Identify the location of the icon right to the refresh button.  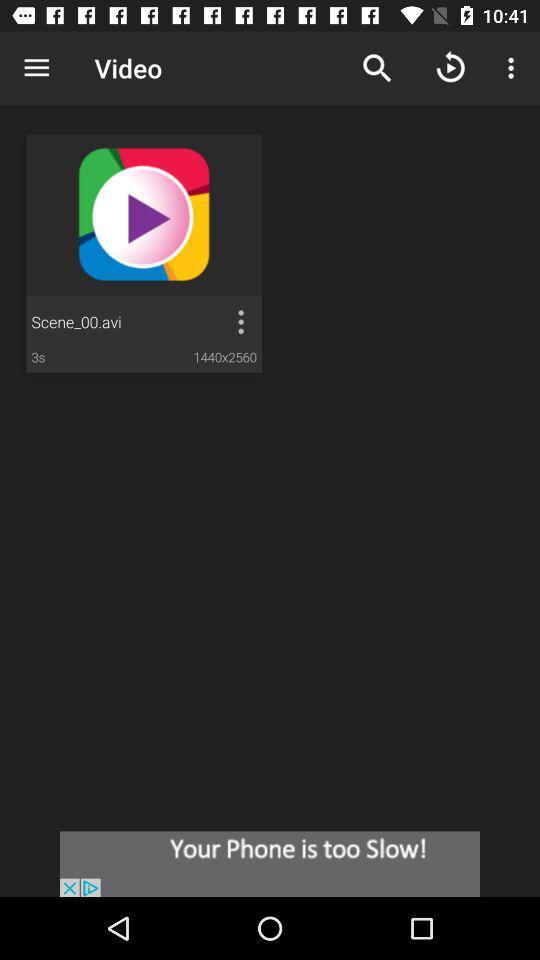
(514, 68).